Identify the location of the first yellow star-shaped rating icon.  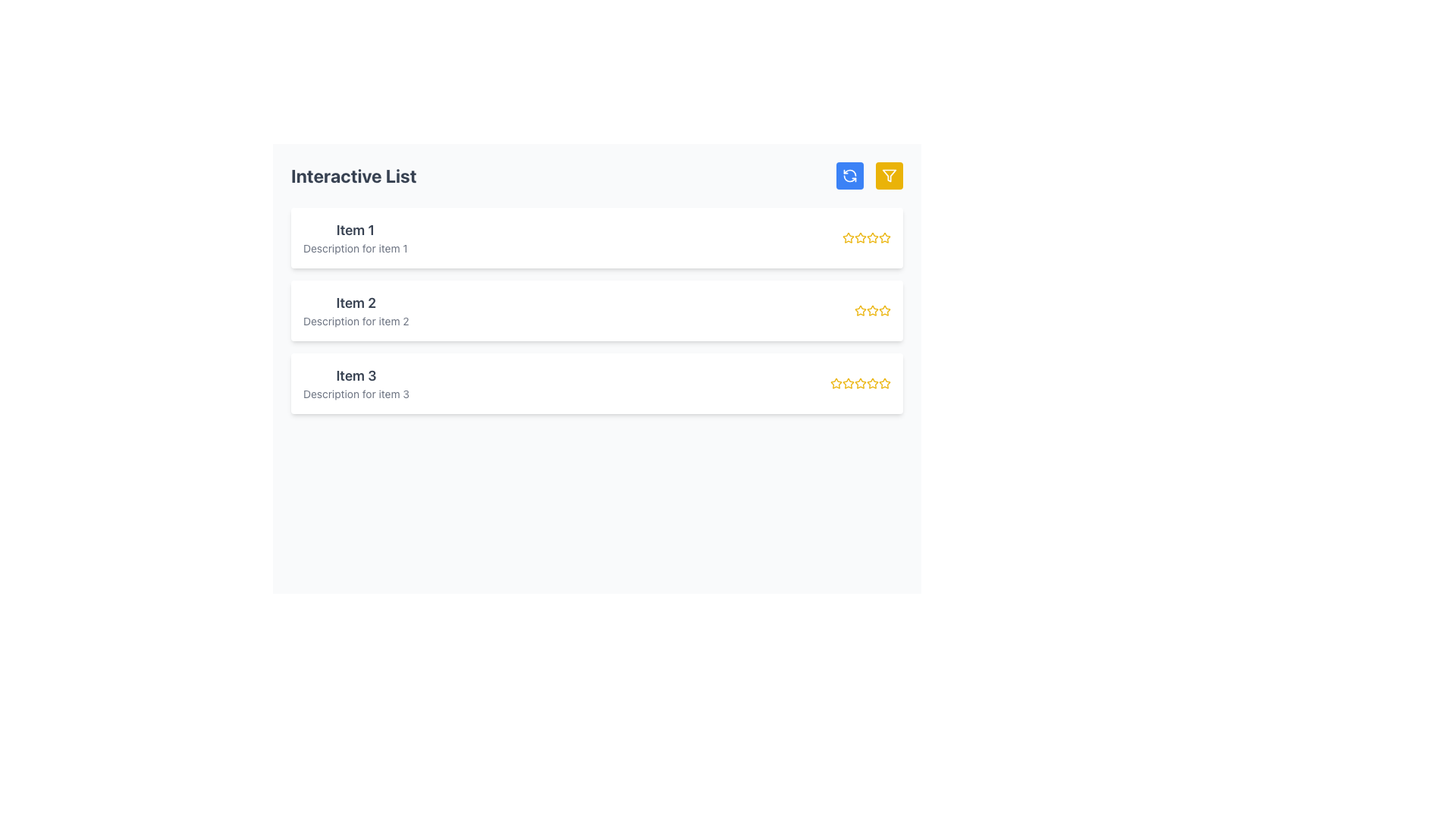
(836, 382).